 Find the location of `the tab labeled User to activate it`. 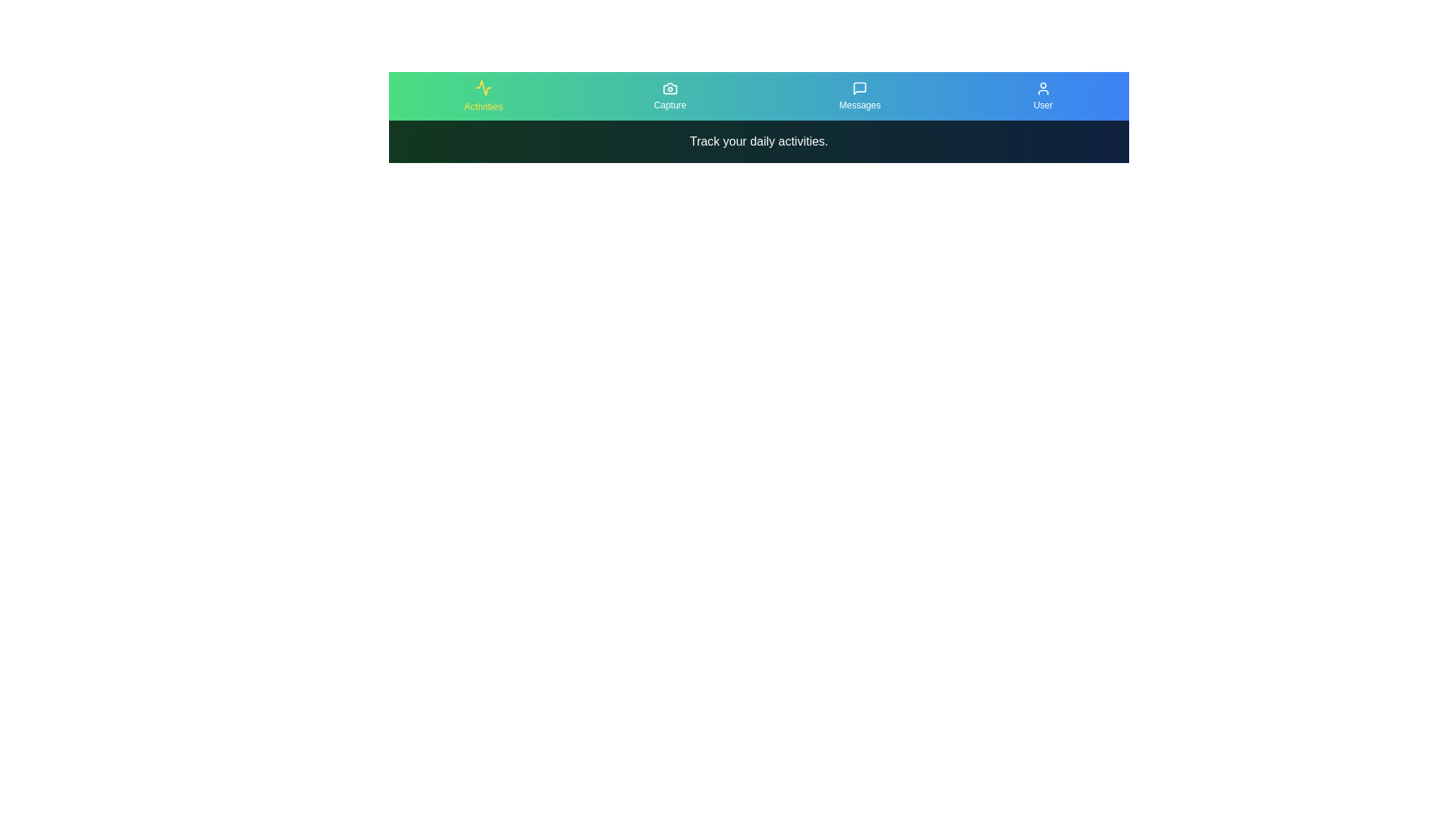

the tab labeled User to activate it is located at coordinates (1042, 96).